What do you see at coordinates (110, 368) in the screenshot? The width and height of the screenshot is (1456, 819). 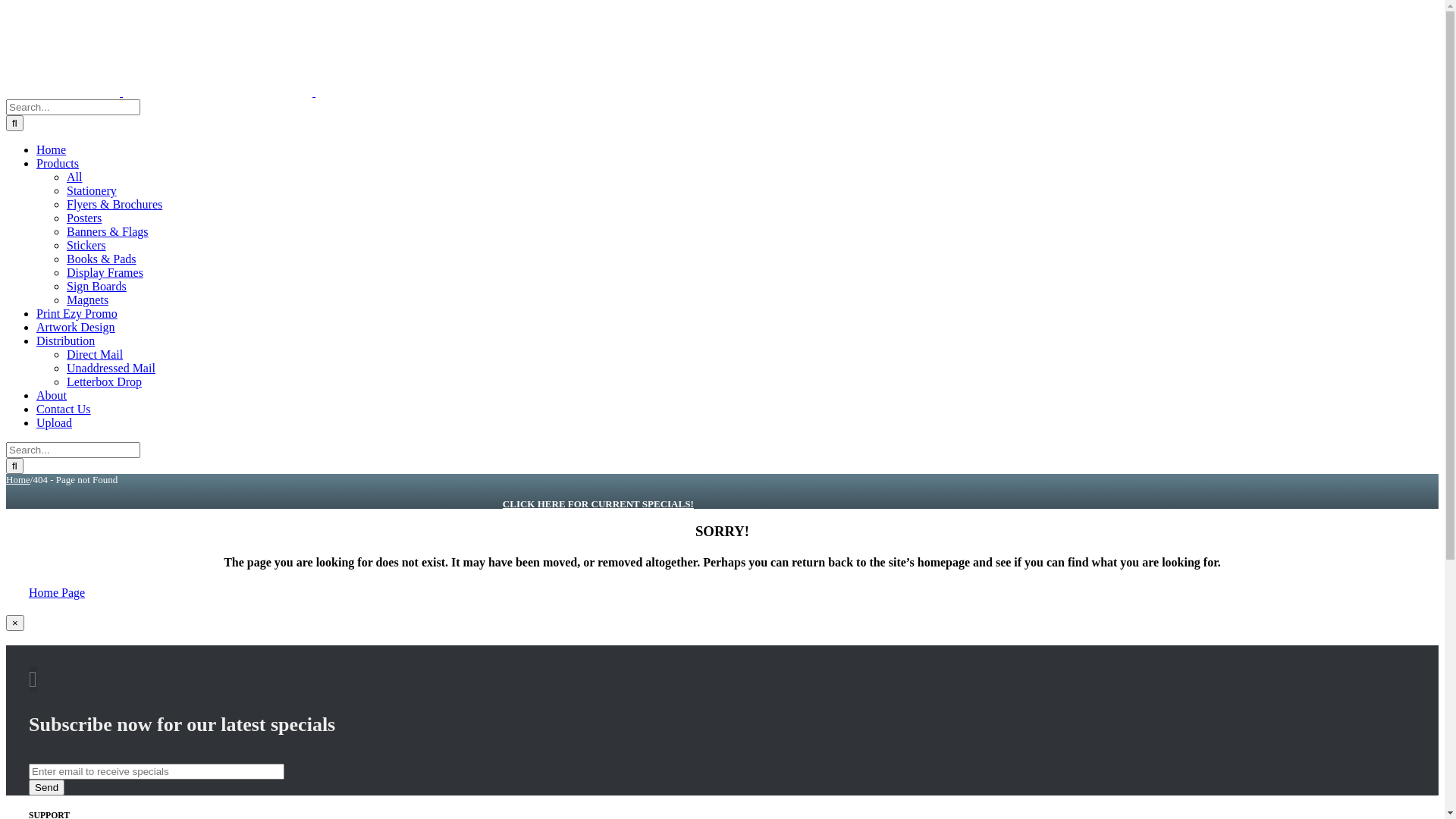 I see `'Unaddressed Mail'` at bounding box center [110, 368].